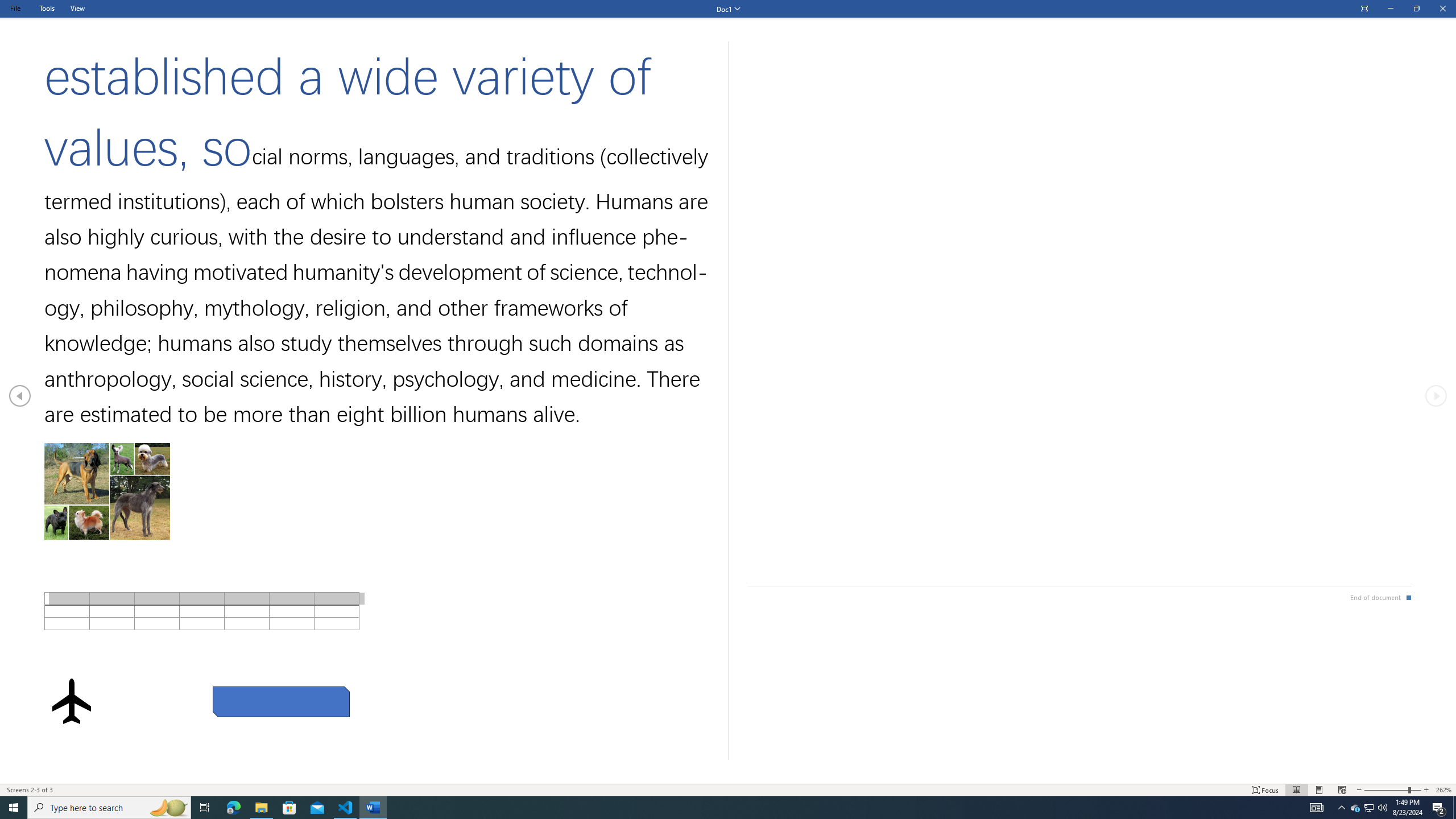 This screenshot has width=1456, height=819. What do you see at coordinates (46, 8) in the screenshot?
I see `'Tools'` at bounding box center [46, 8].